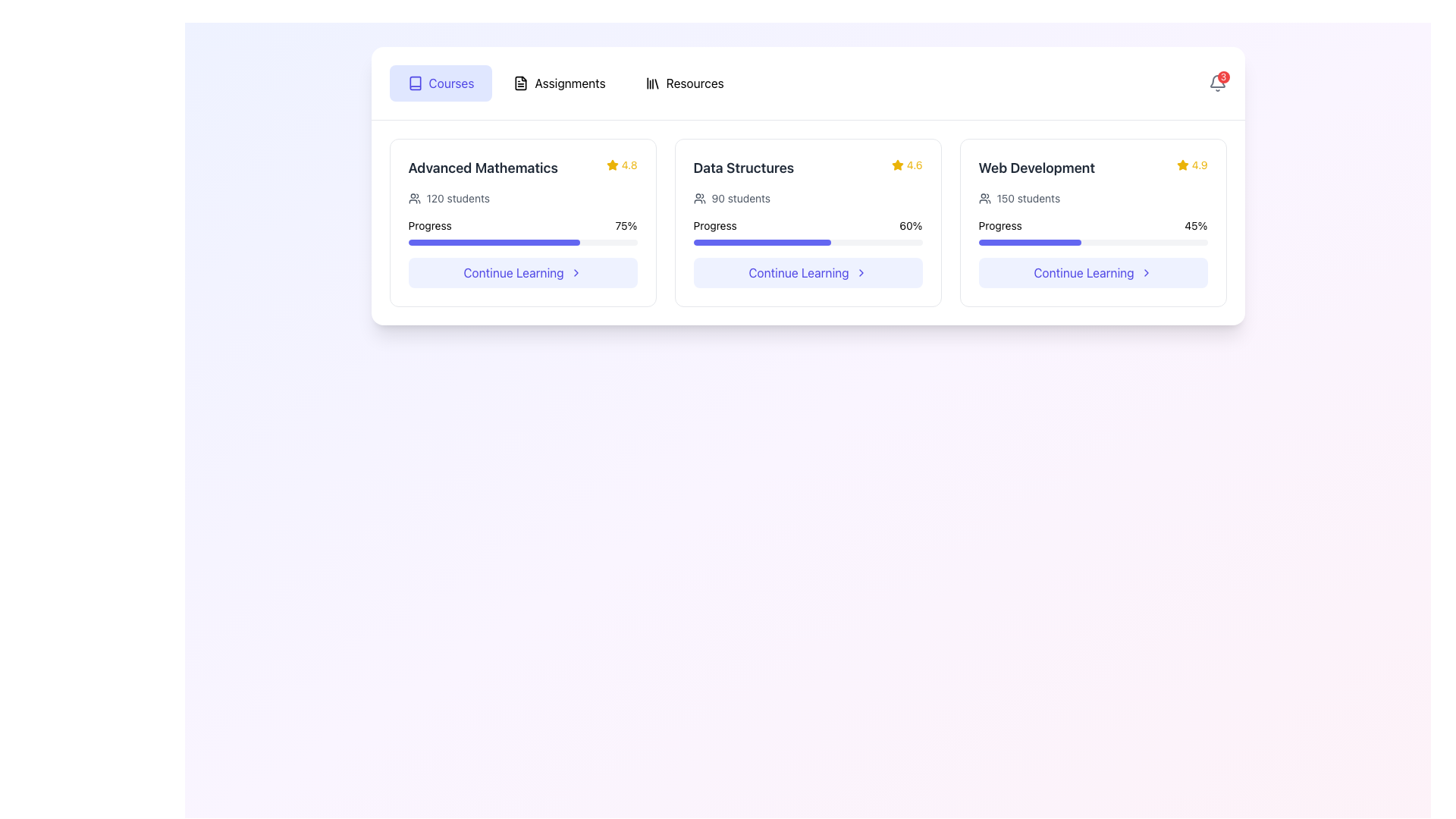 The image size is (1456, 819). I want to click on the 'Resources' icon located in the navigation bar at the top center of the interface, positioned to the right of the 'Assignments' tab, so click(652, 83).